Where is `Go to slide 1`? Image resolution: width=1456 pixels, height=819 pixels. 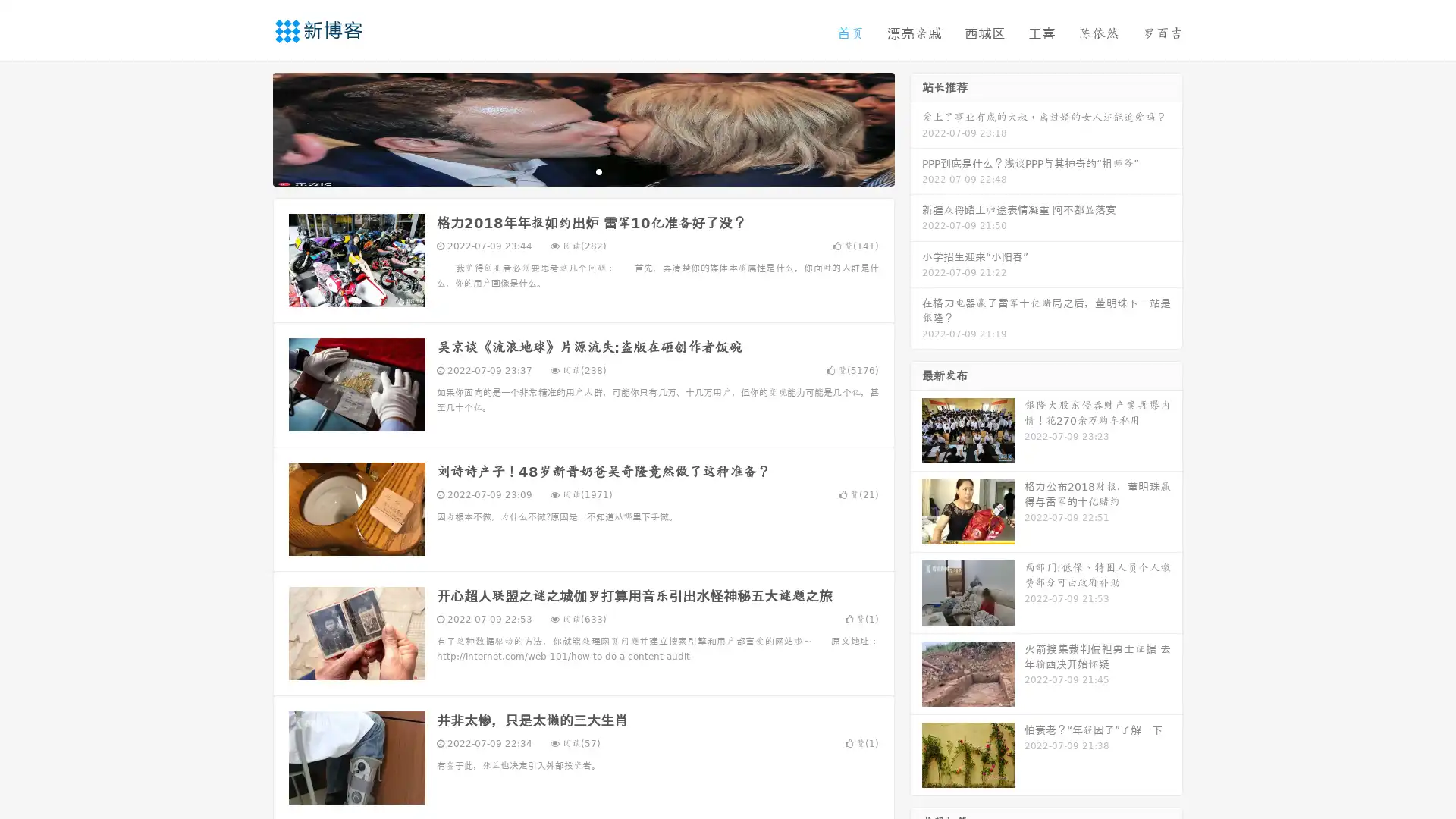 Go to slide 1 is located at coordinates (567, 171).